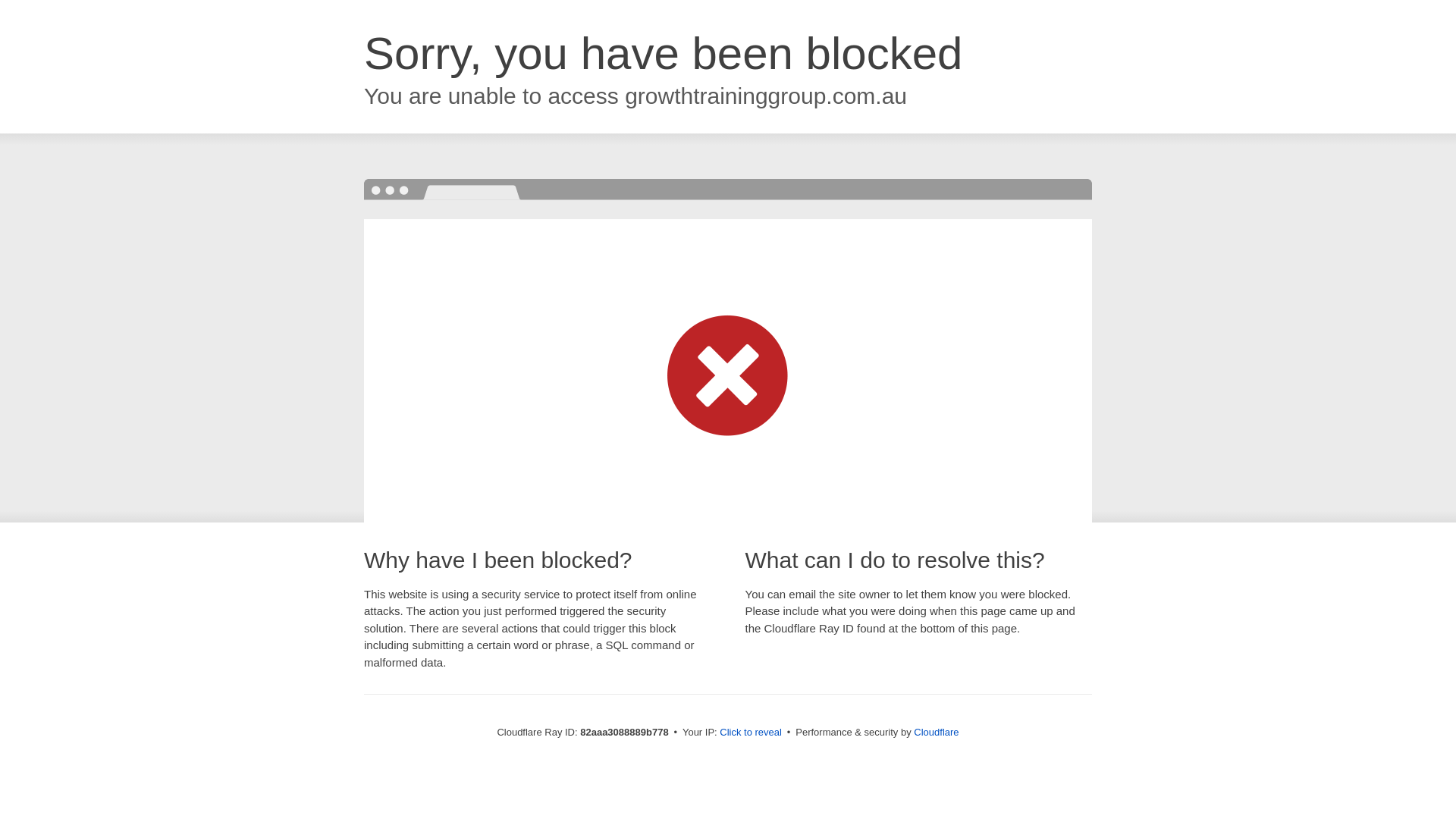 This screenshot has height=819, width=1456. Describe the element at coordinates (719, 731) in the screenshot. I see `'Click to reveal'` at that location.